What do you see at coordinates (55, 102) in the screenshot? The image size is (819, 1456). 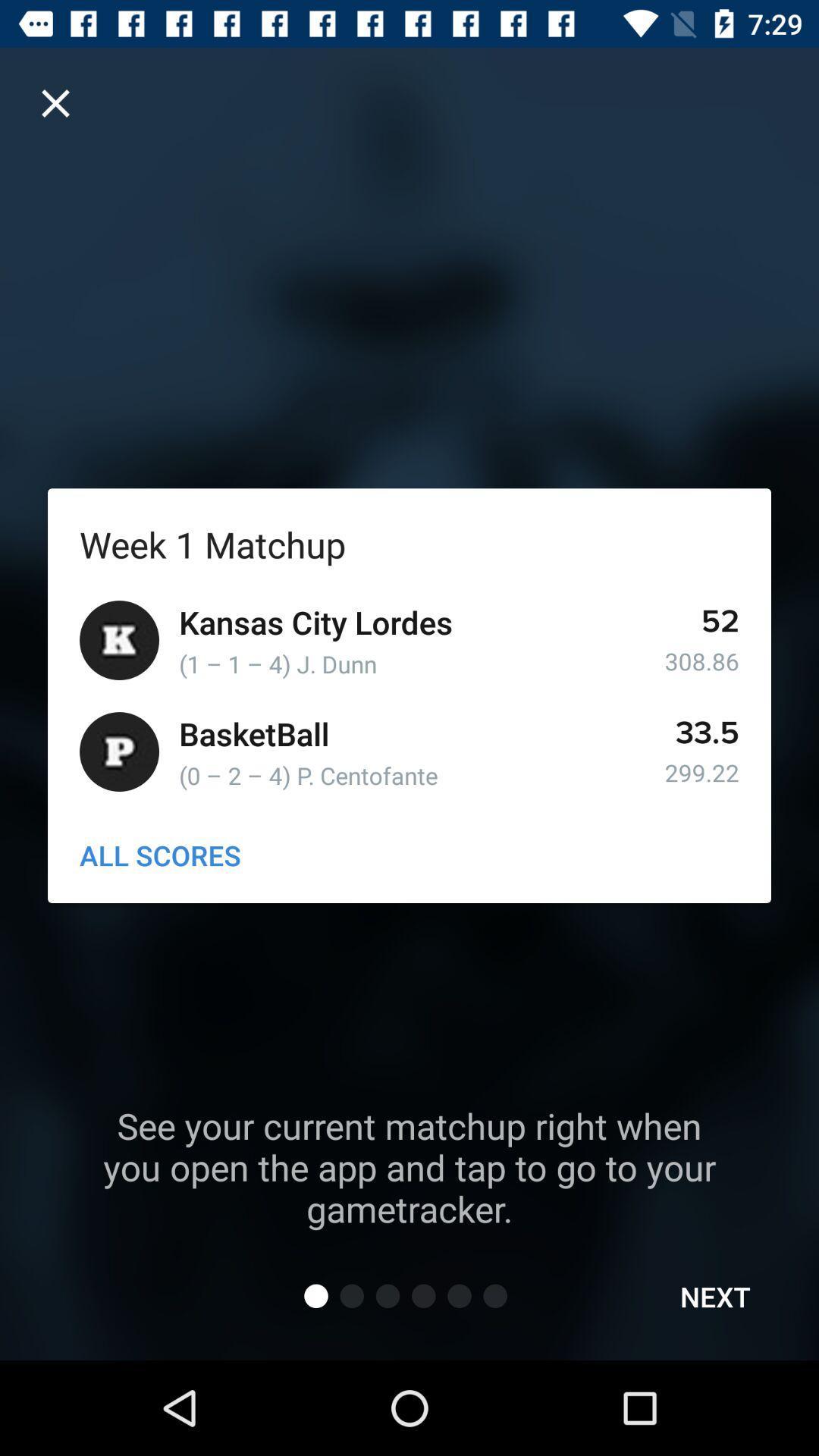 I see `cancel option` at bounding box center [55, 102].